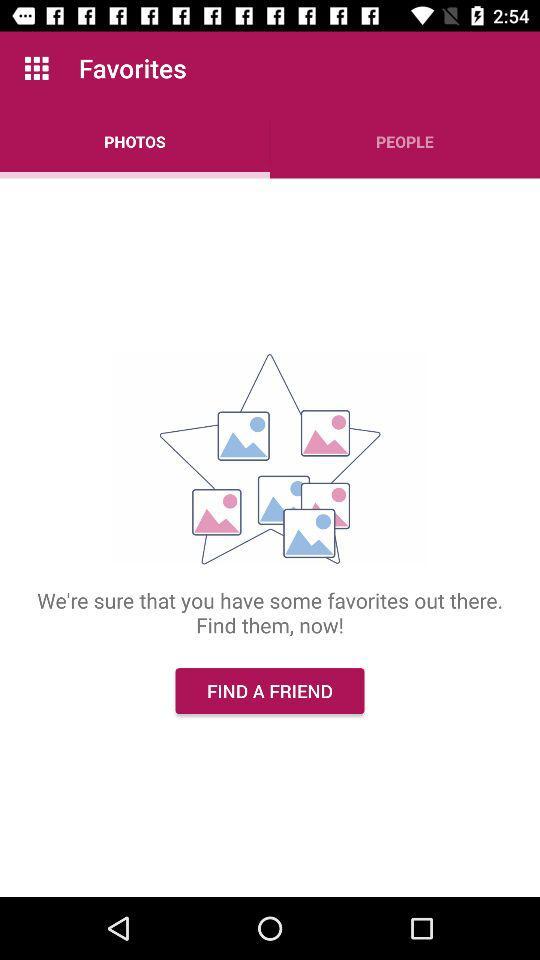  I want to click on the find a friend icon, so click(270, 691).